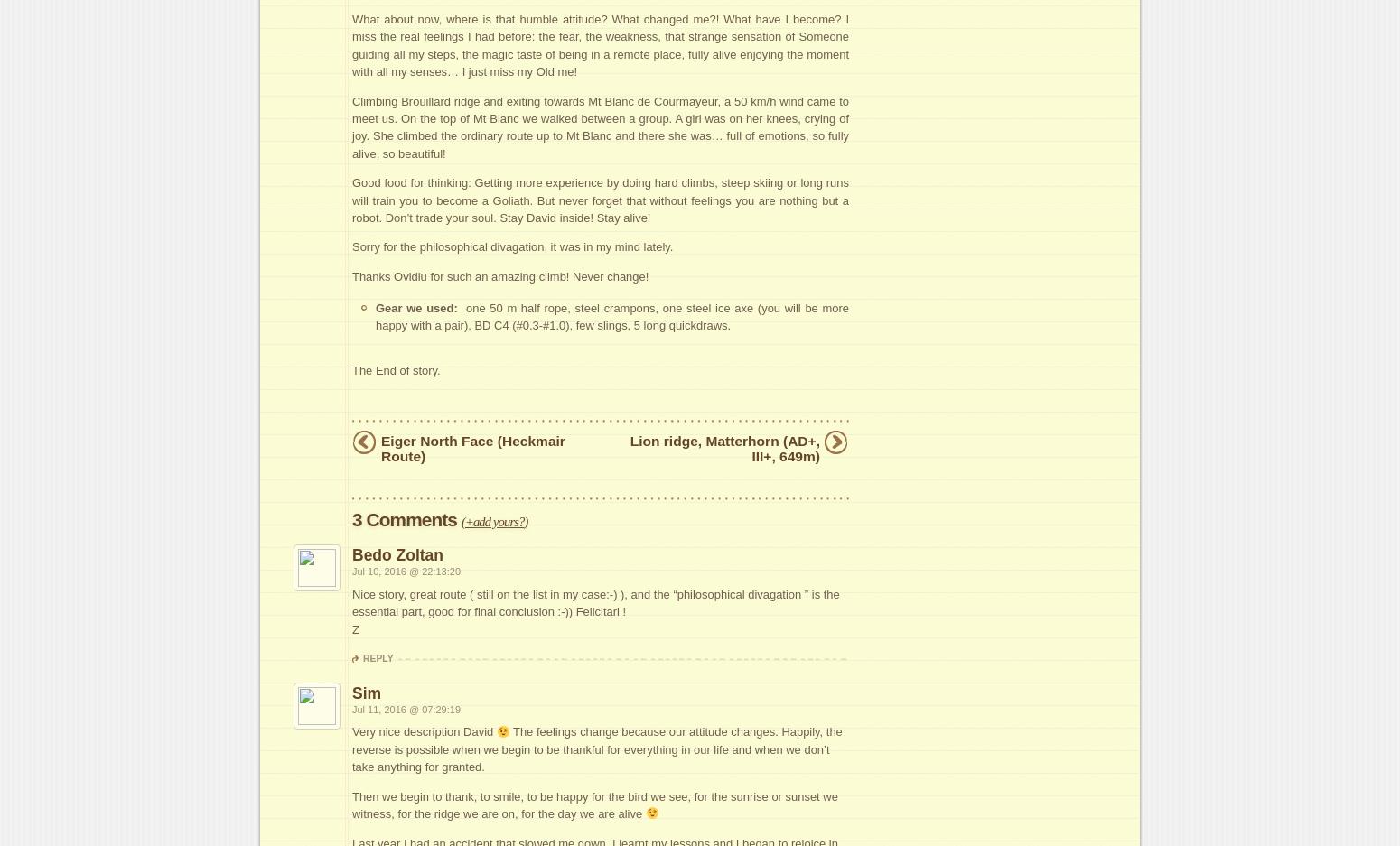 The image size is (1400, 846). What do you see at coordinates (493, 521) in the screenshot?
I see `'+add yours?'` at bounding box center [493, 521].